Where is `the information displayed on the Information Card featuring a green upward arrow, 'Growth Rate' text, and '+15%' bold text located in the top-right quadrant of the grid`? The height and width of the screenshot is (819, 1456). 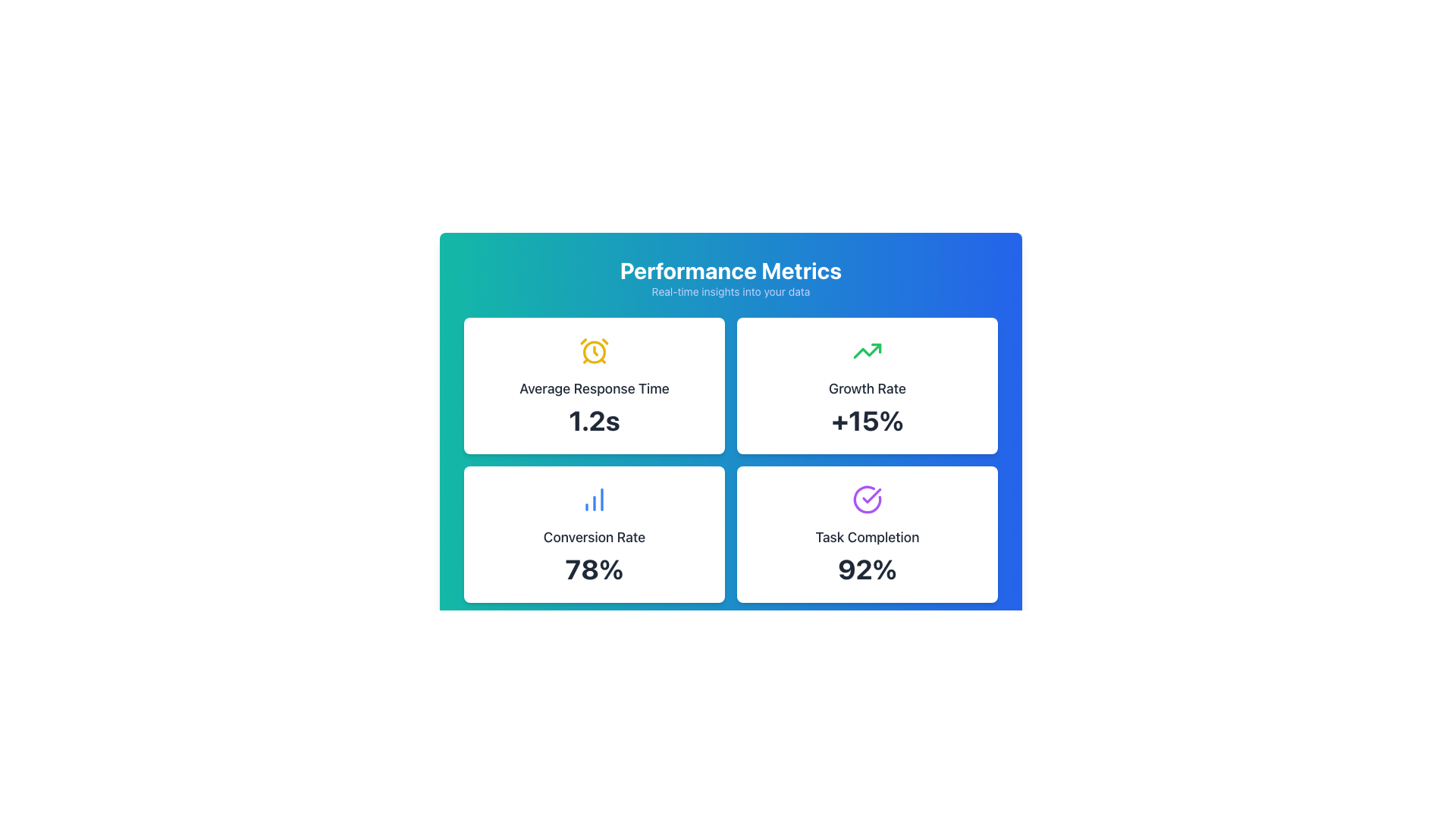 the information displayed on the Information Card featuring a green upward arrow, 'Growth Rate' text, and '+15%' bold text located in the top-right quadrant of the grid is located at coordinates (867, 385).